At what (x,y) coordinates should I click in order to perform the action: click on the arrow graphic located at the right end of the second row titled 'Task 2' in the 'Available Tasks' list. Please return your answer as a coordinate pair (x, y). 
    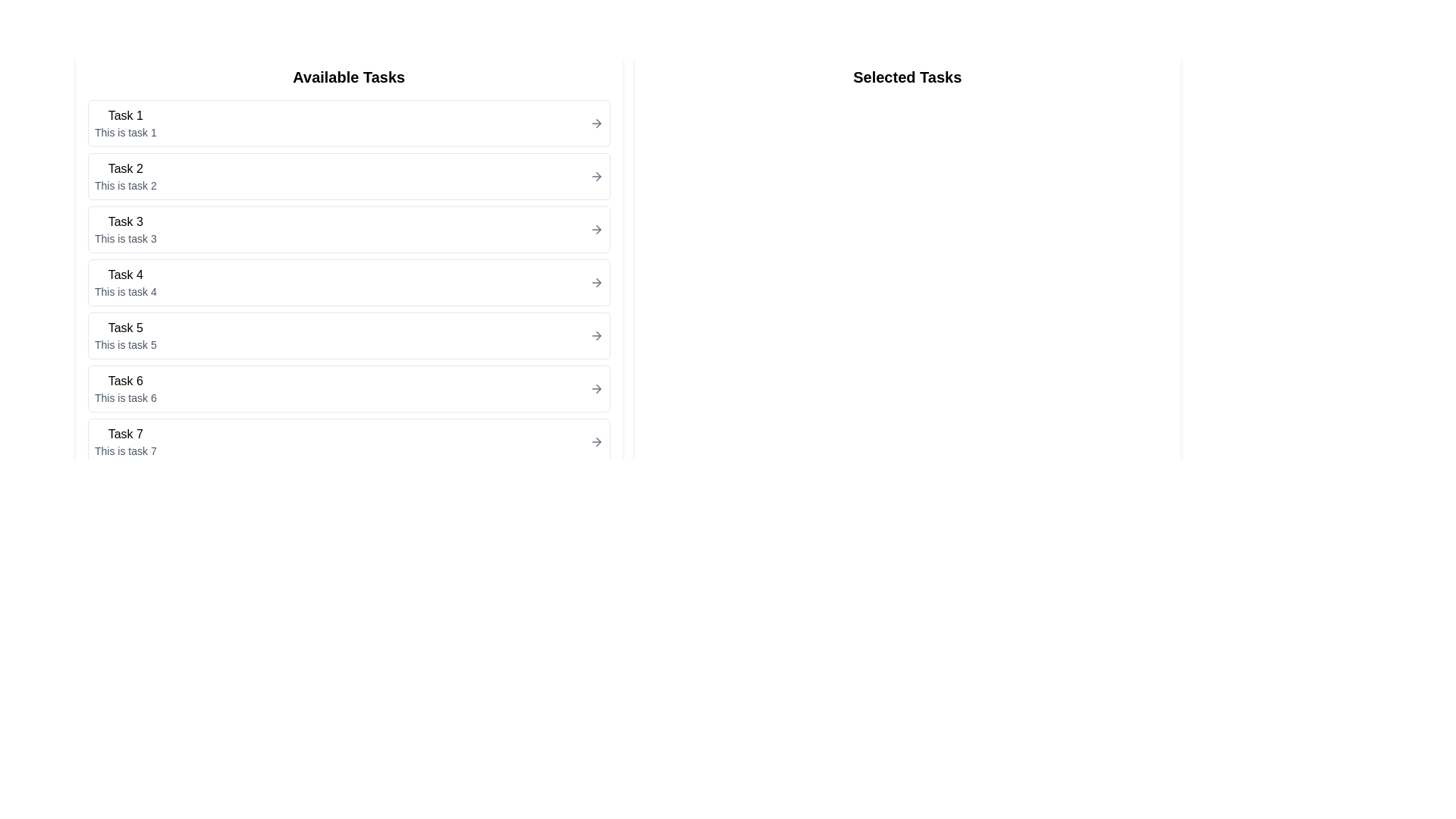
    Looking at the image, I should click on (598, 175).